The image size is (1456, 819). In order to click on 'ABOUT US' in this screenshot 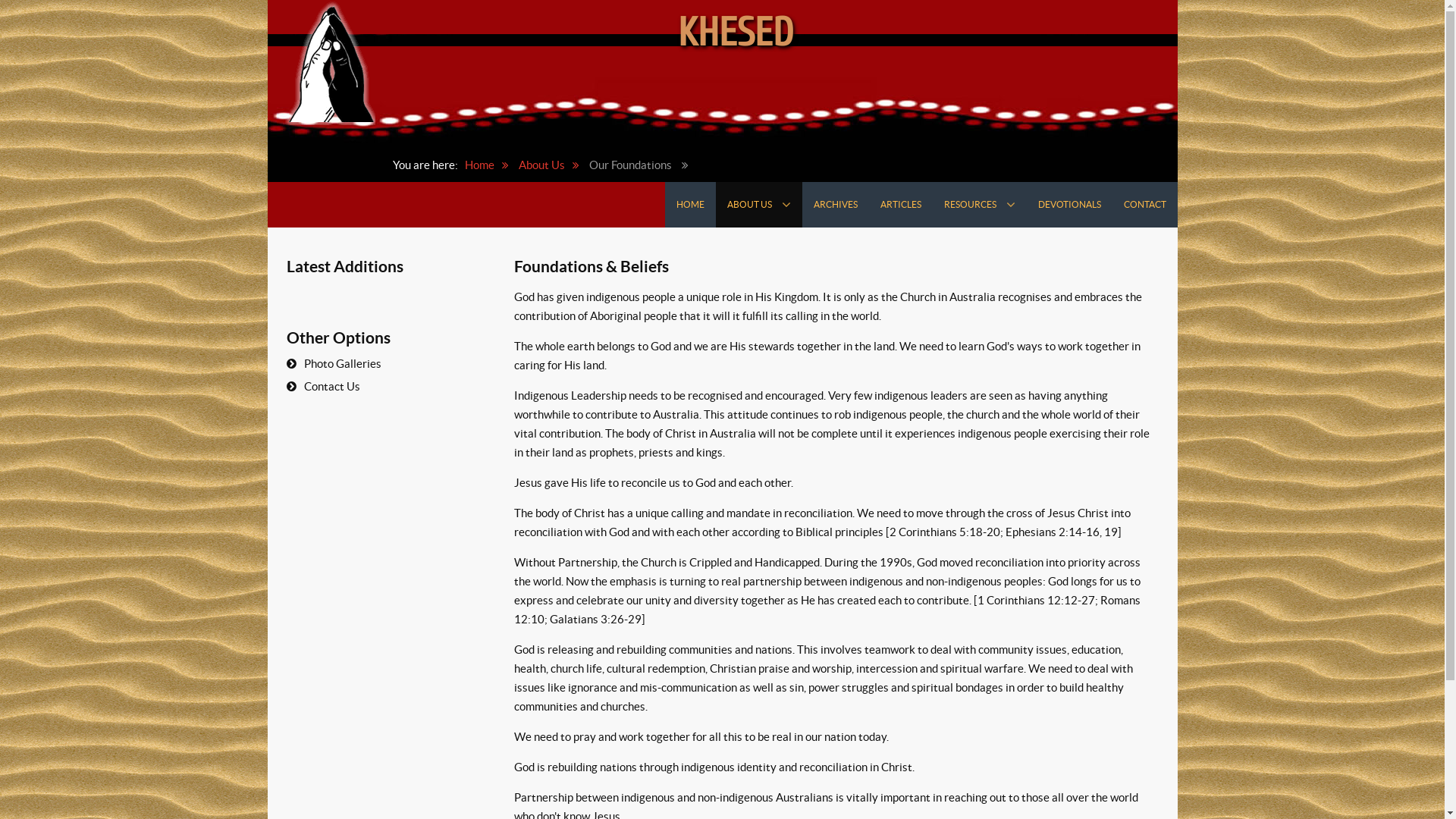, I will do `click(759, 205)`.